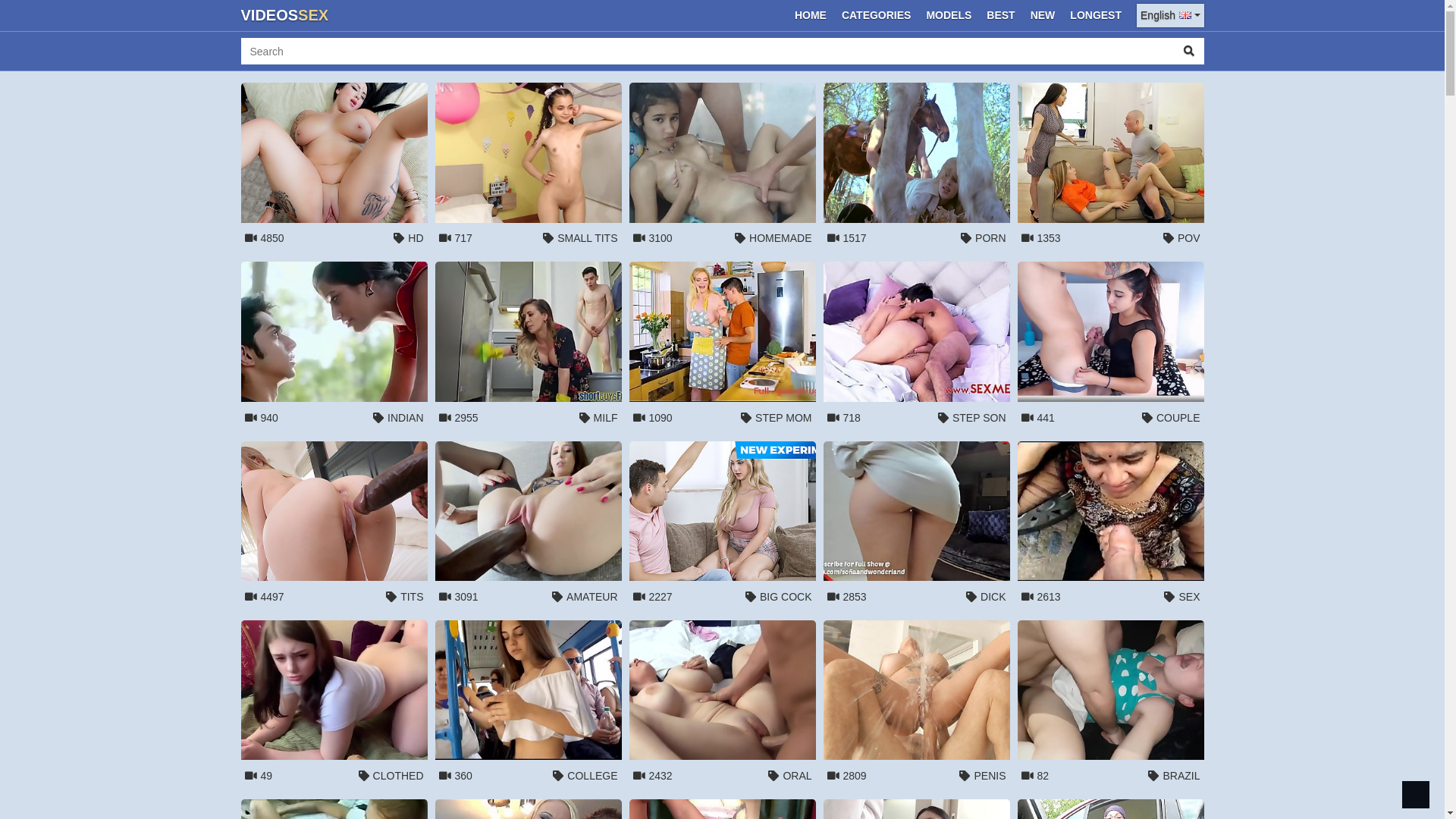 This screenshot has height=819, width=1456. What do you see at coordinates (916, 347) in the screenshot?
I see `'718` at bounding box center [916, 347].